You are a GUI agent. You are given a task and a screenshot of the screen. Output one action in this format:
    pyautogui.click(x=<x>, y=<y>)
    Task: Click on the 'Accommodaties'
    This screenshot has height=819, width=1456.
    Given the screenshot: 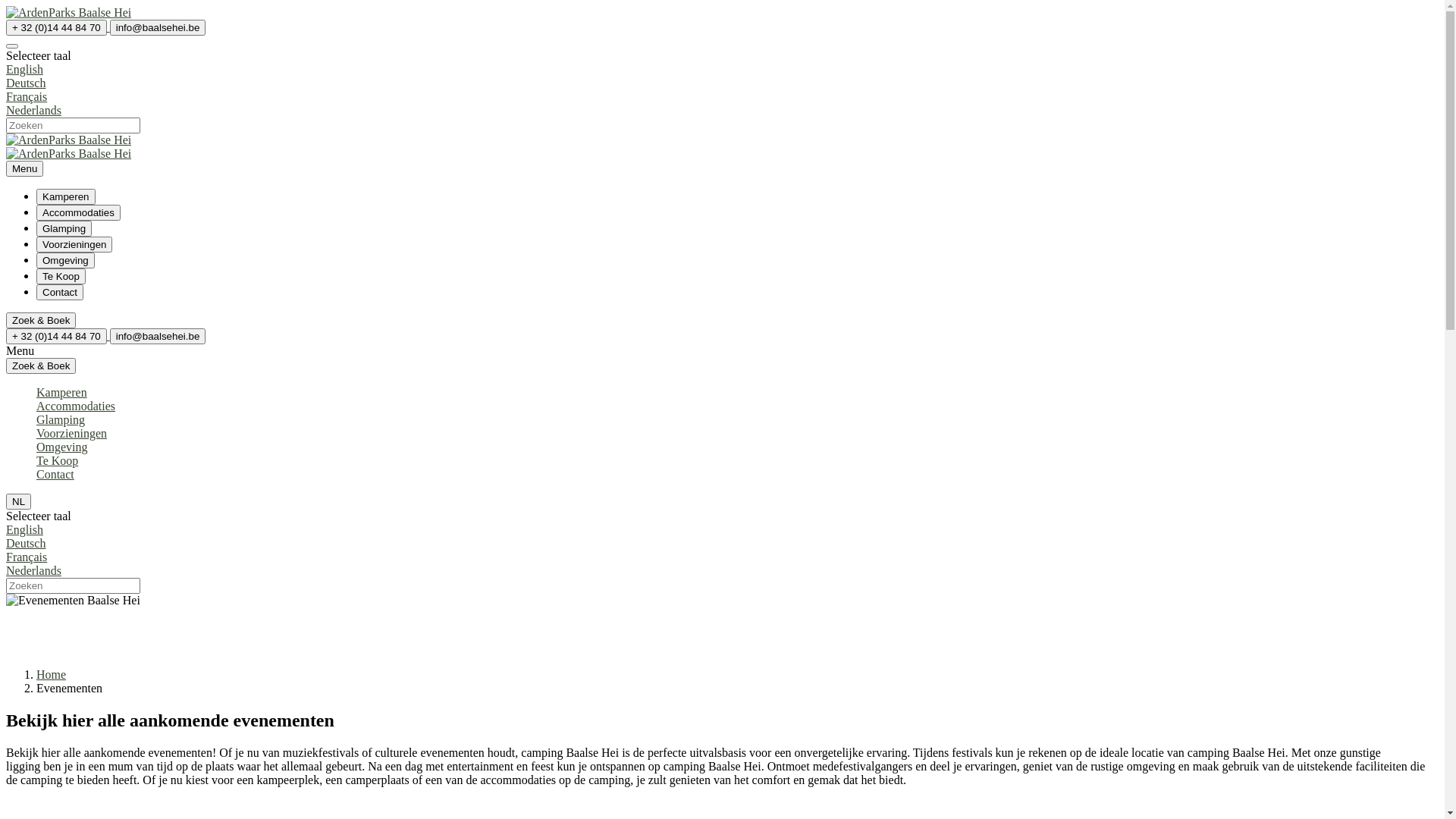 What is the action you would take?
    pyautogui.click(x=75, y=405)
    